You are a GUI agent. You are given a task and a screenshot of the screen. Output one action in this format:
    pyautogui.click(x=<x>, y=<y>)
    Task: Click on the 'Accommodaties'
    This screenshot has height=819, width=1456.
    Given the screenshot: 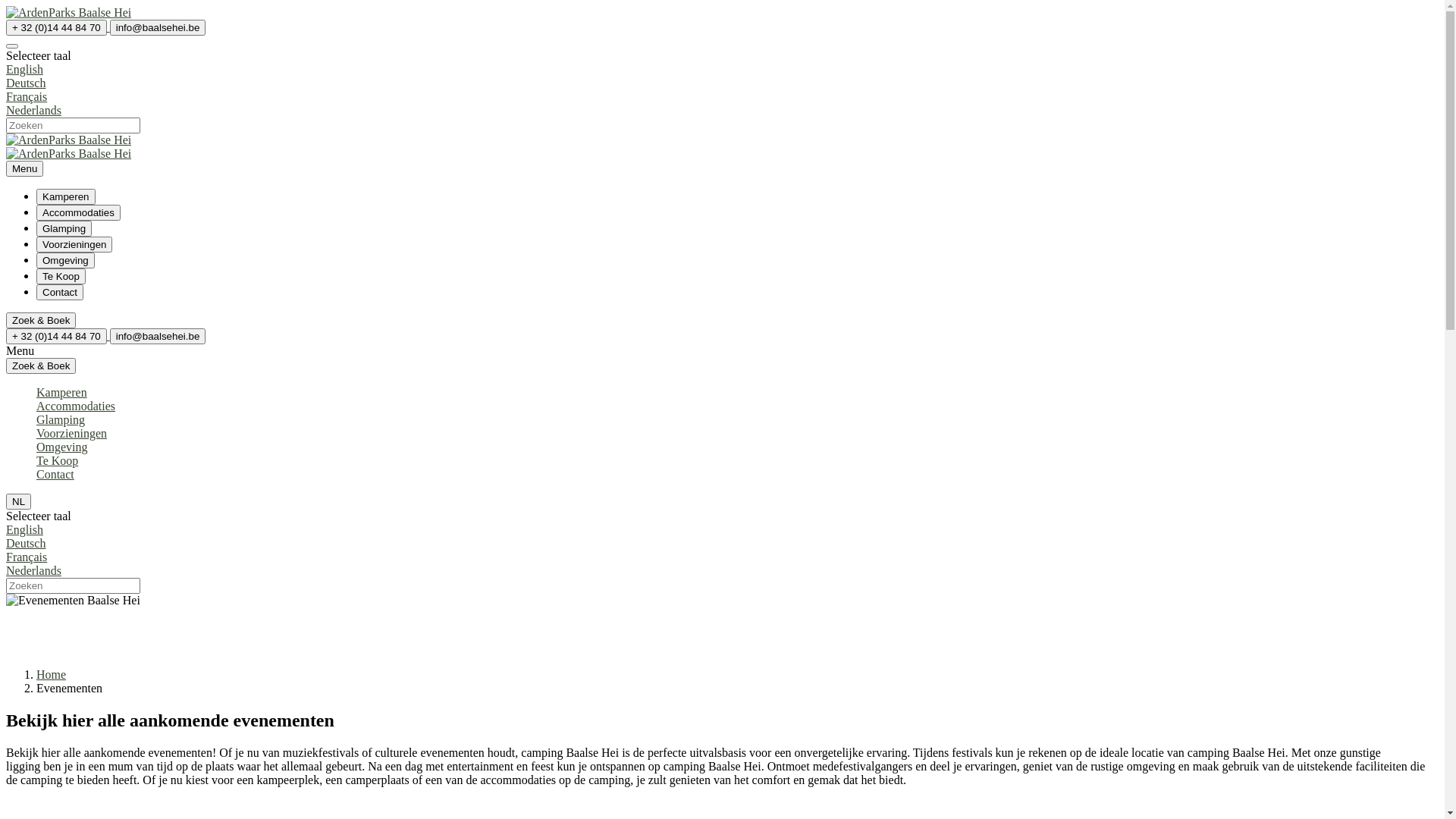 What is the action you would take?
    pyautogui.click(x=75, y=405)
    